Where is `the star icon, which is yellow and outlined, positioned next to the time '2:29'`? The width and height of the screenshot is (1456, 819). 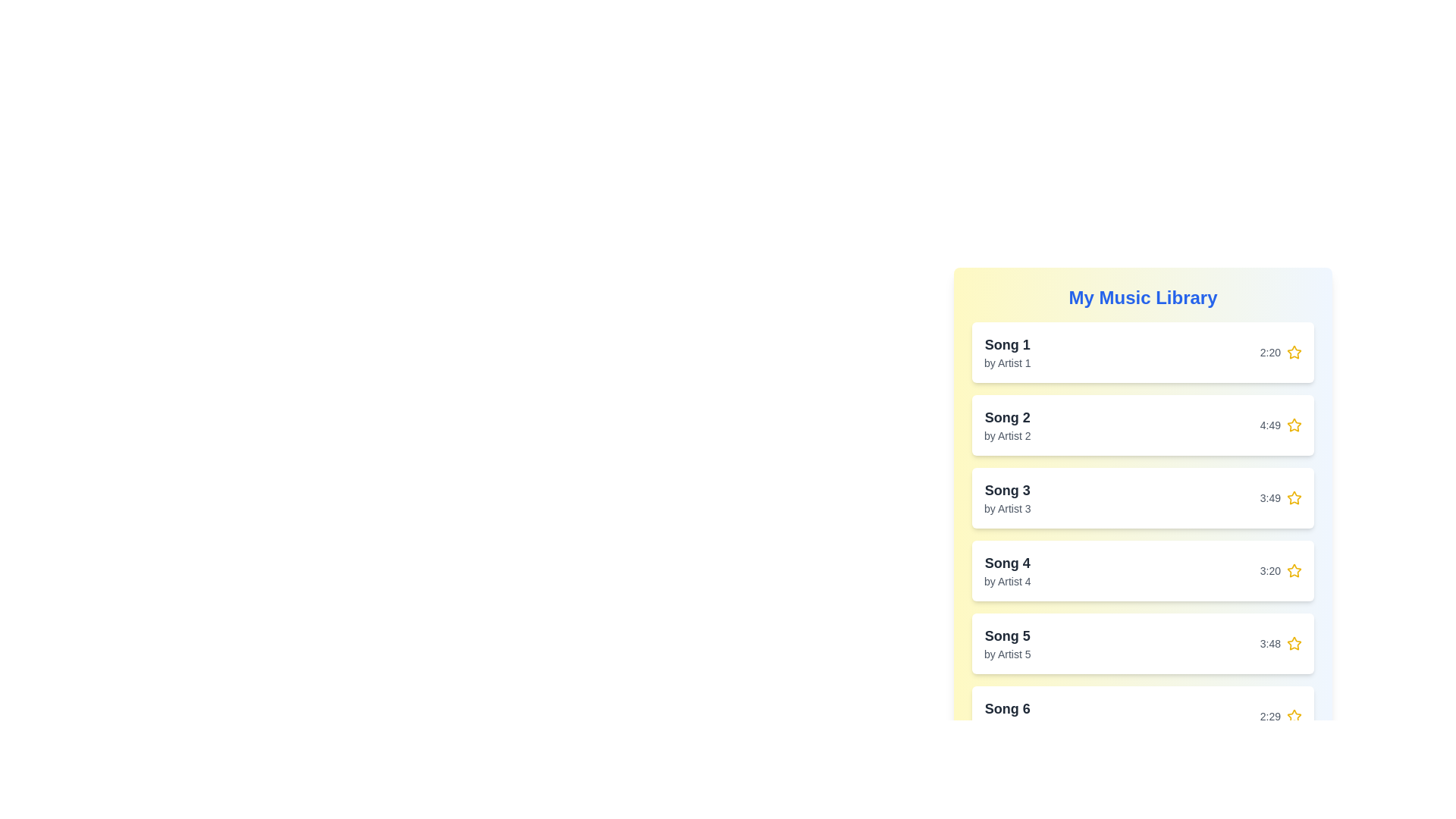 the star icon, which is yellow and outlined, positioned next to the time '2:29' is located at coordinates (1294, 717).